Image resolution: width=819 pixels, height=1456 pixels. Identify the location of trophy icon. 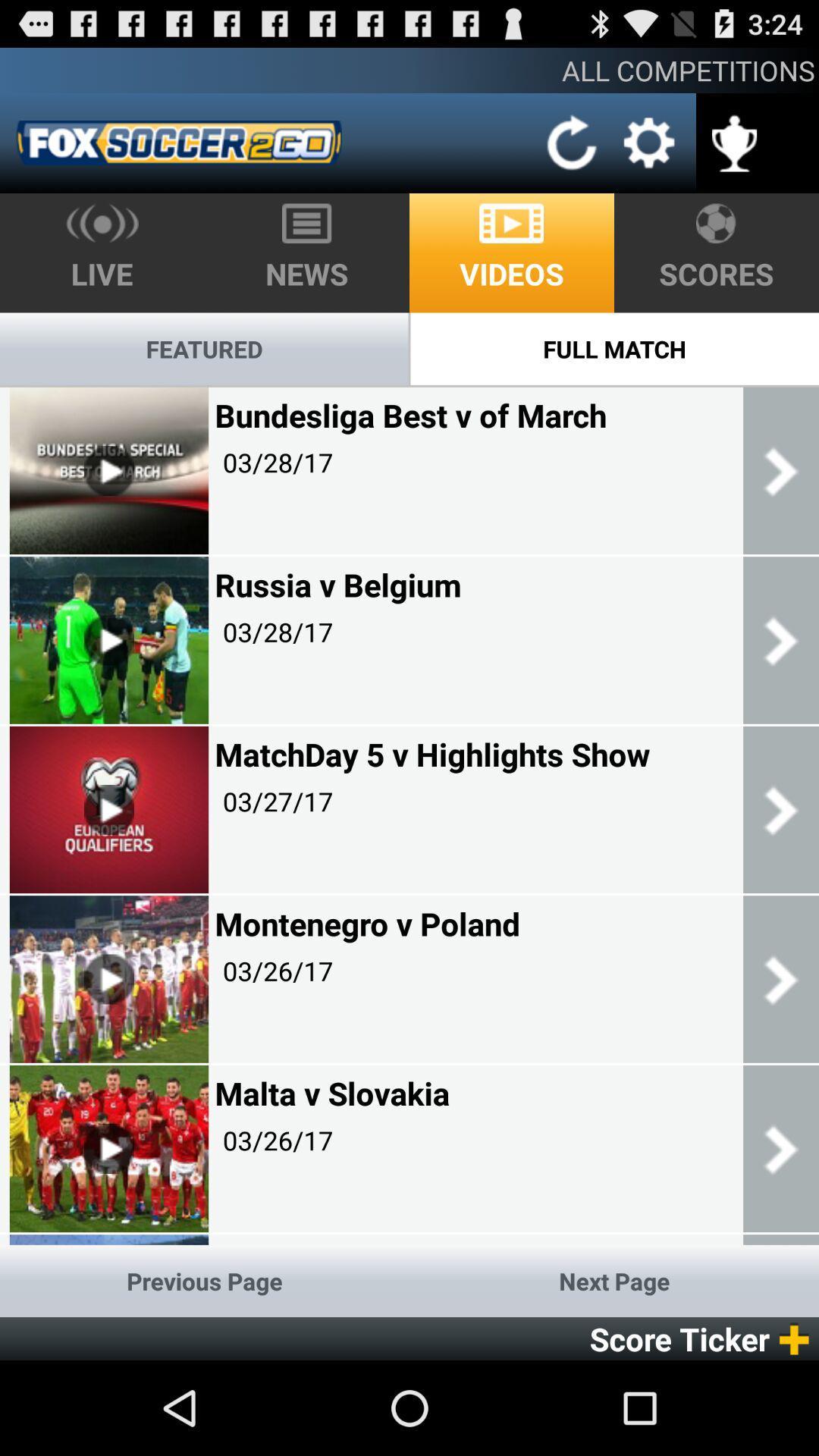
(733, 133).